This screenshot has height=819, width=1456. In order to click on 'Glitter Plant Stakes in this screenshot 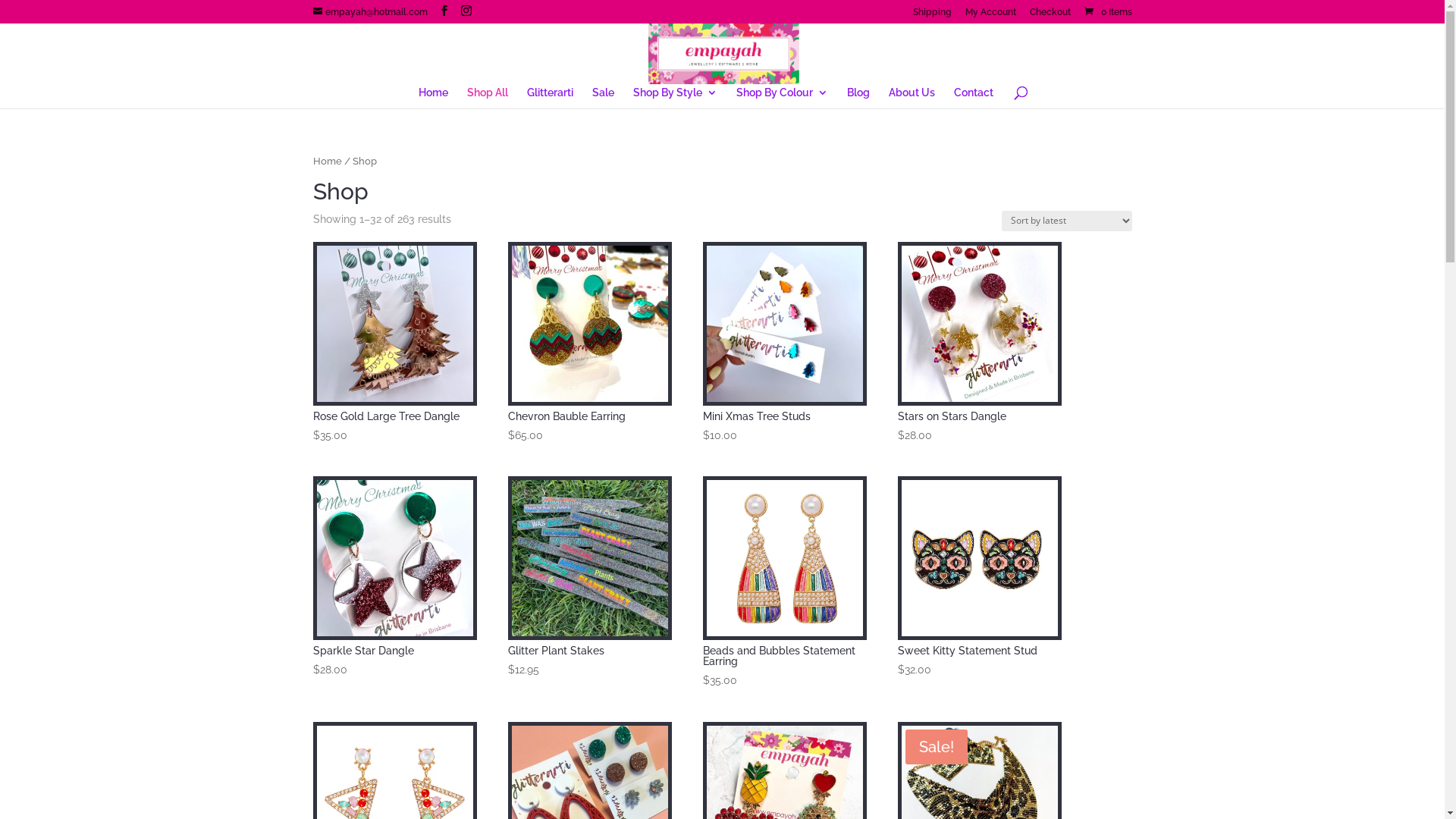, I will do `click(588, 578)`.